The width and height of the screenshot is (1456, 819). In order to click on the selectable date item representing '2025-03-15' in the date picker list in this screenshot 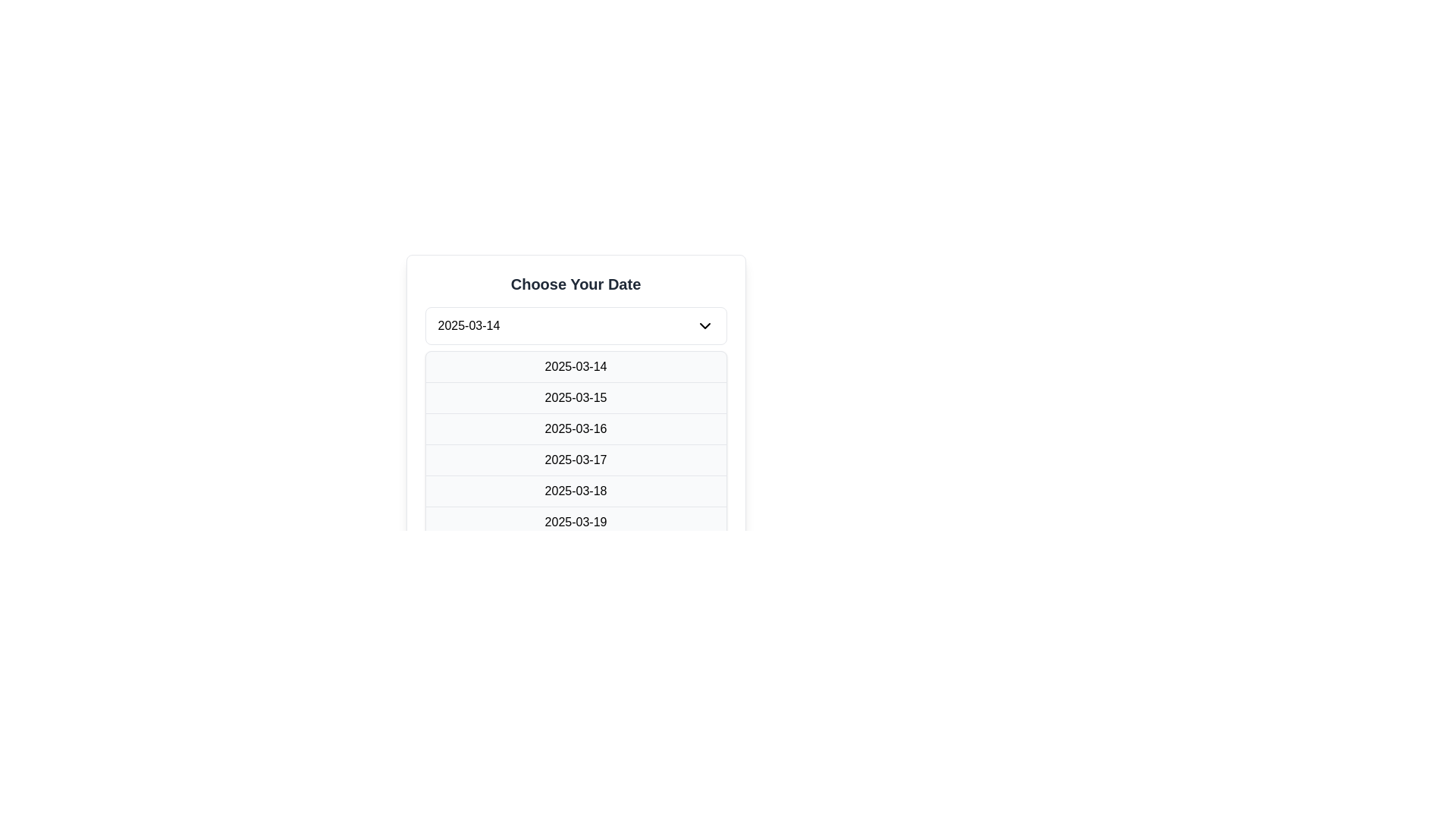, I will do `click(575, 397)`.